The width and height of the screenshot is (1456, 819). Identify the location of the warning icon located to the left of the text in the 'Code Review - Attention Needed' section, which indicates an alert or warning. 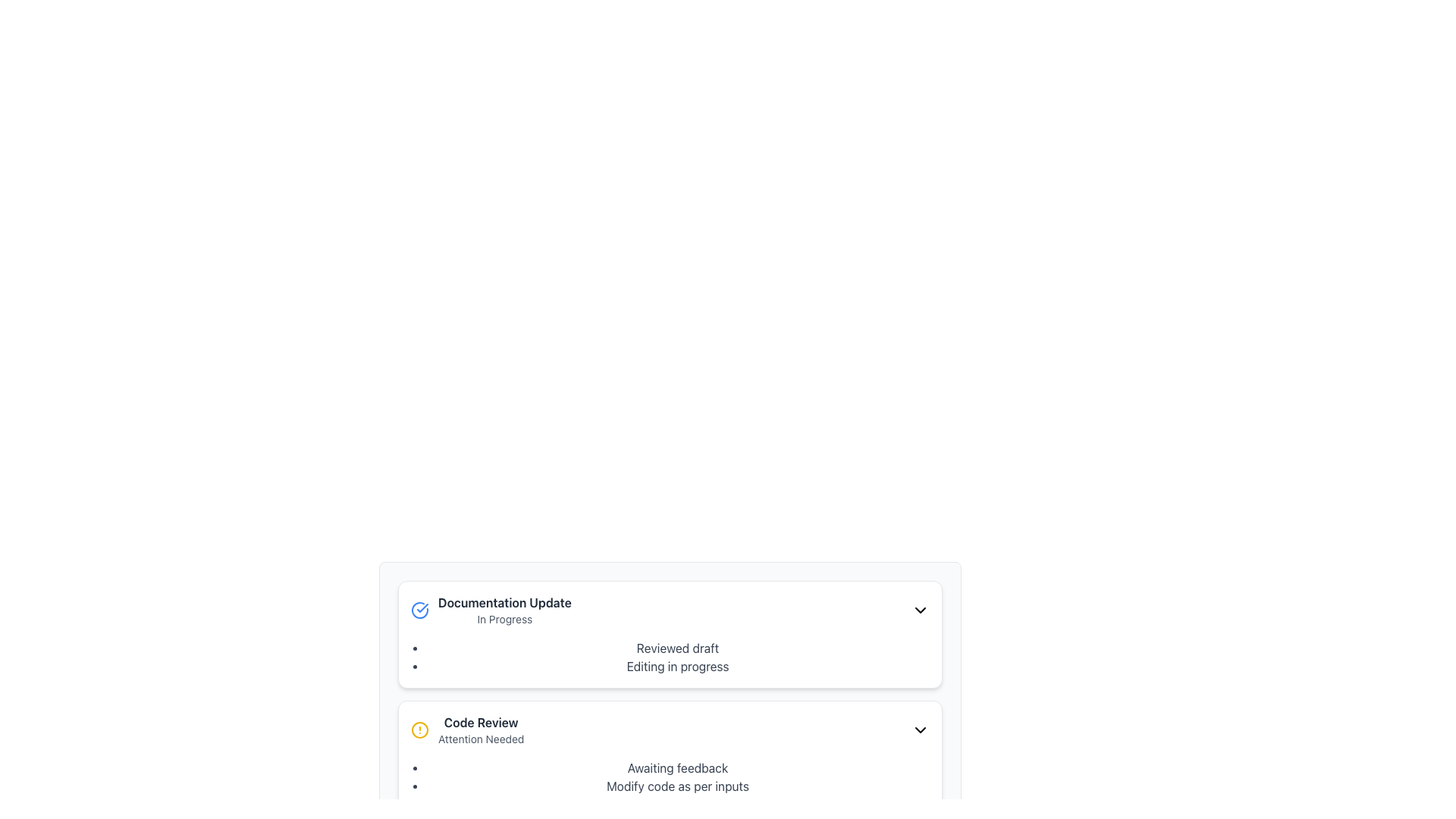
(419, 730).